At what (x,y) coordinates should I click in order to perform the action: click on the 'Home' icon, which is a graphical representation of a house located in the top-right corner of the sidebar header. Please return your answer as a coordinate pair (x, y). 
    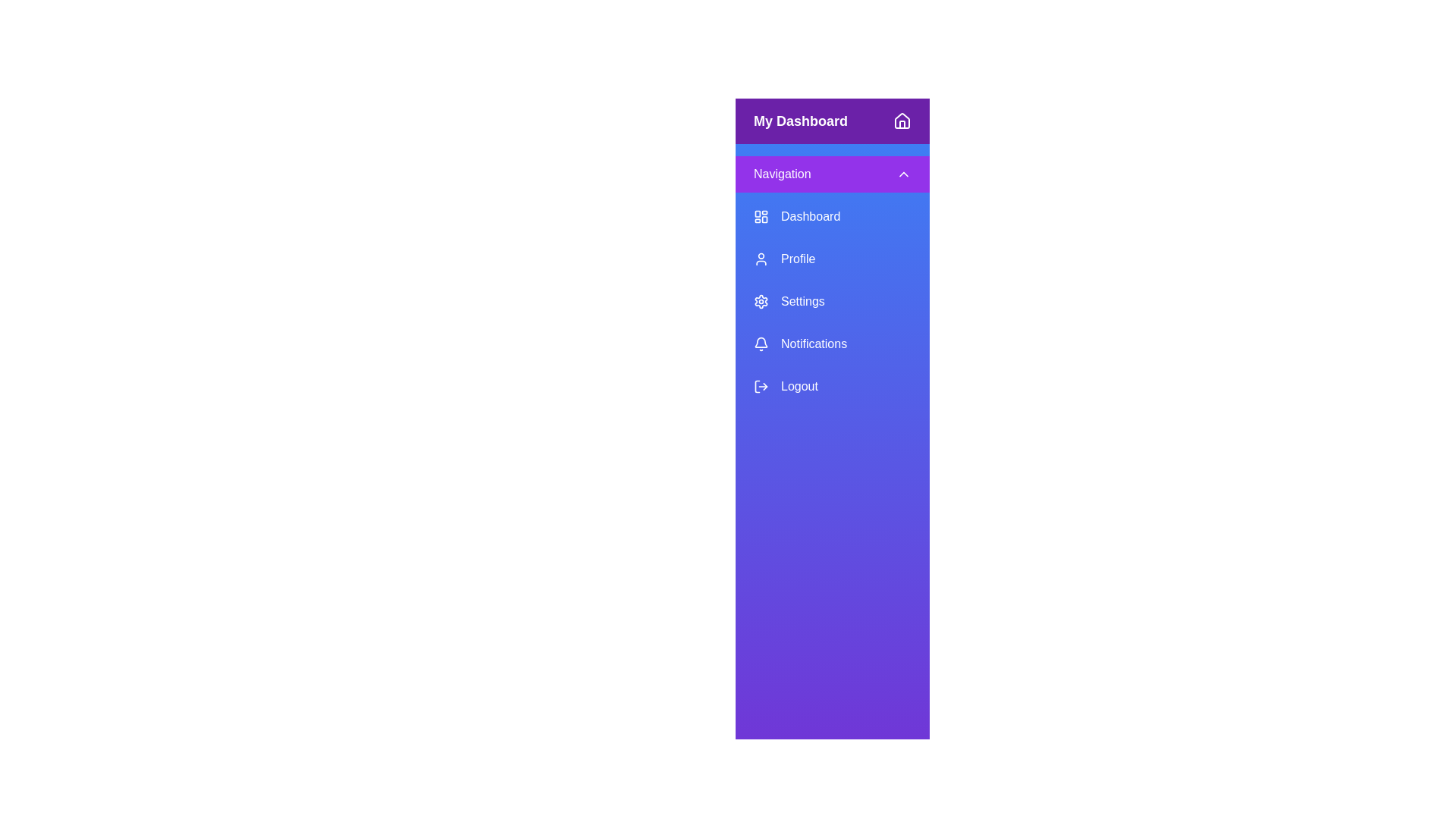
    Looking at the image, I should click on (902, 119).